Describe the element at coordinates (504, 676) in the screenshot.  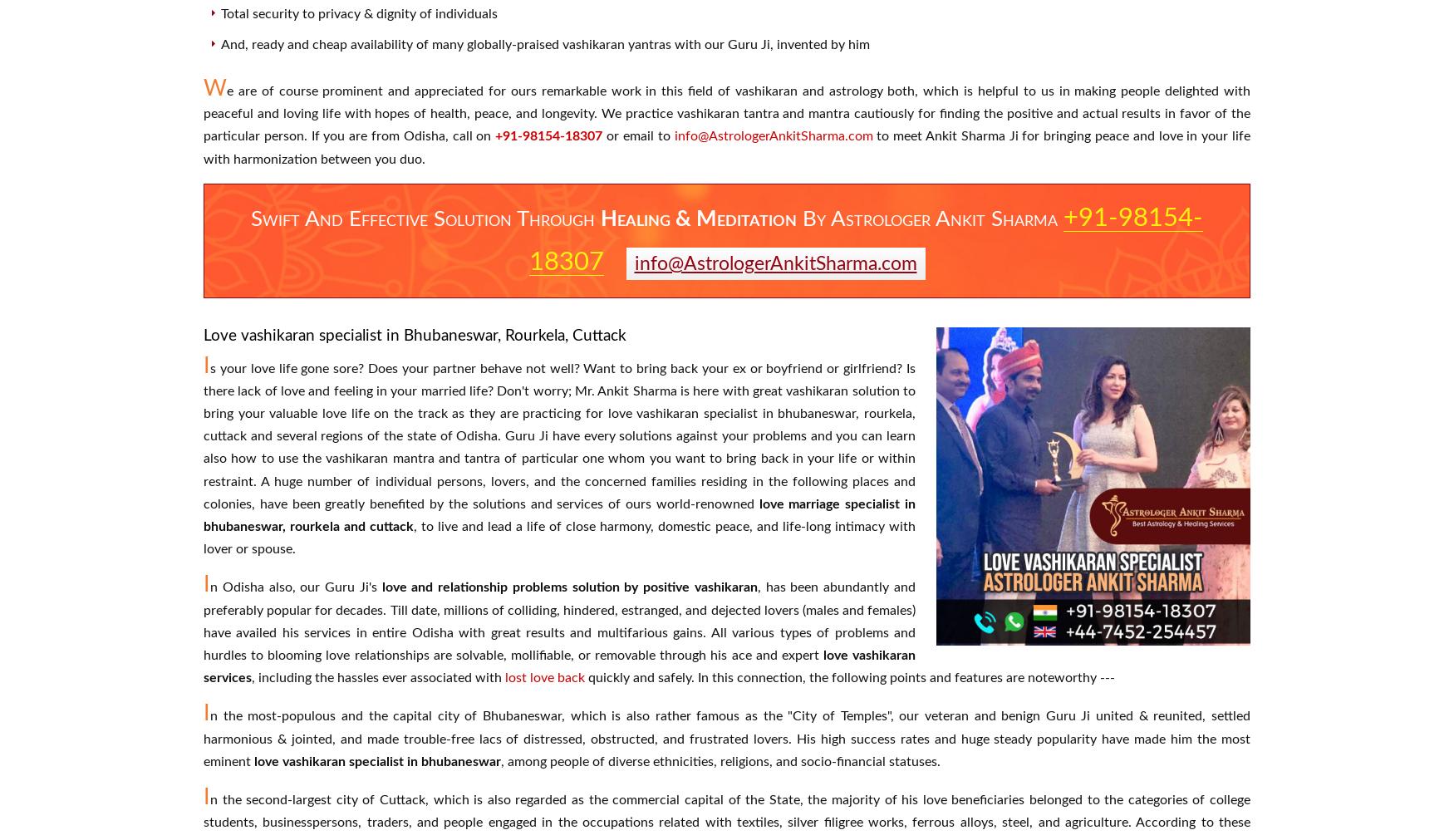
I see `'lost love back'` at that location.